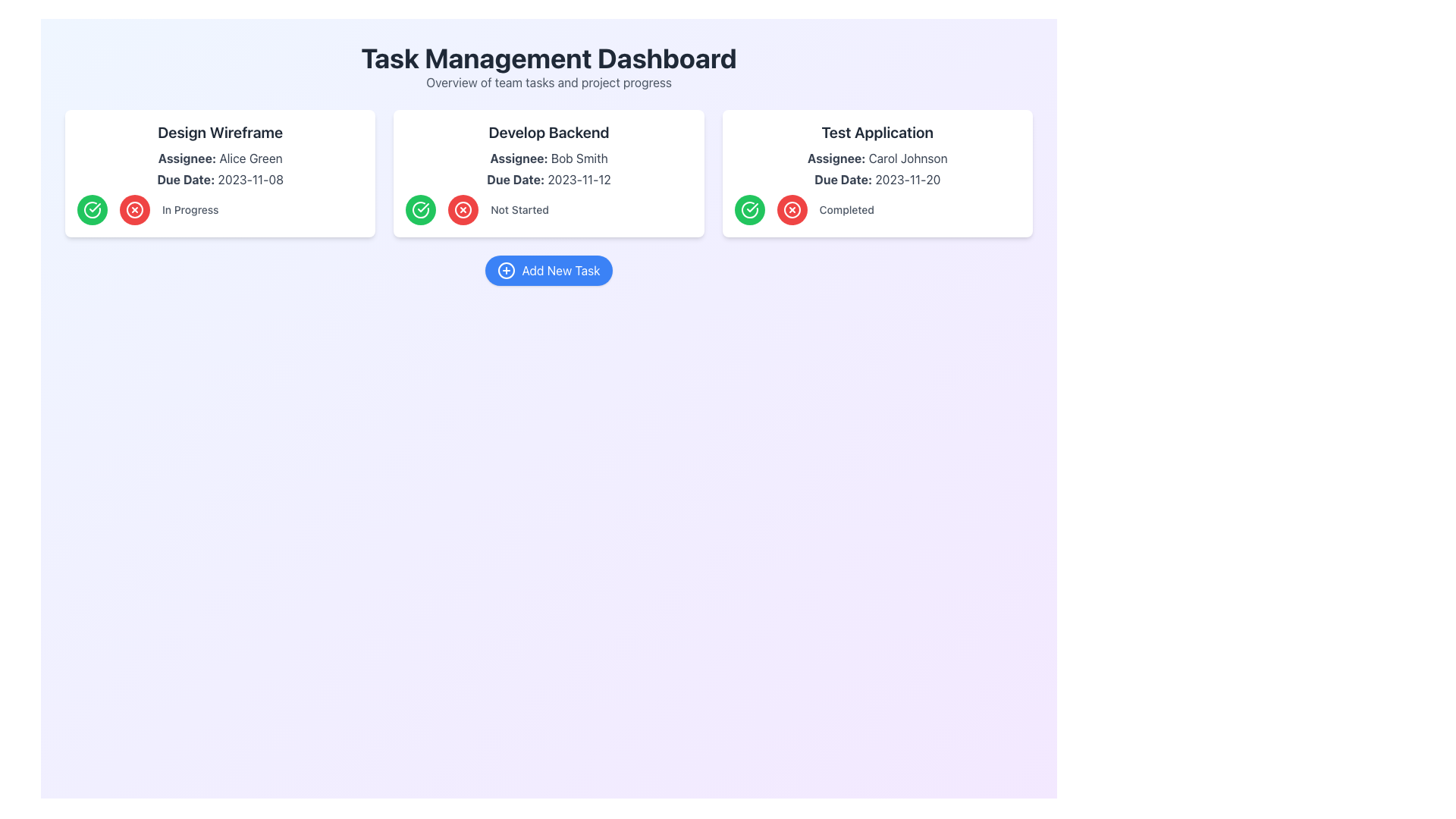  I want to click on label displaying 'Due Date:' in bold dark blue font, located prominently to the left of the date value '2023-11-08' within the card layout, so click(185, 178).